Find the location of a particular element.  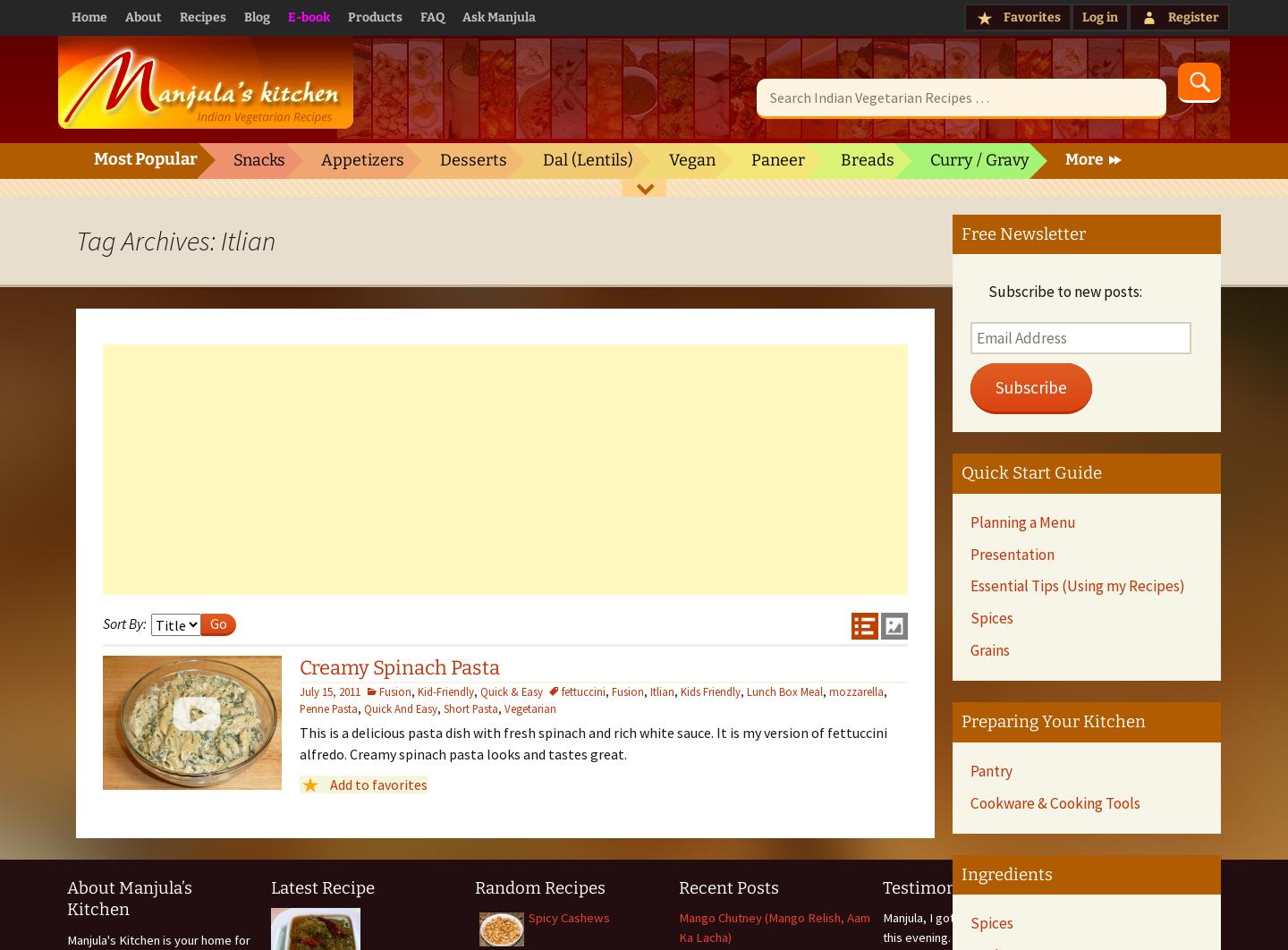

'Favorites' is located at coordinates (1032, 17).